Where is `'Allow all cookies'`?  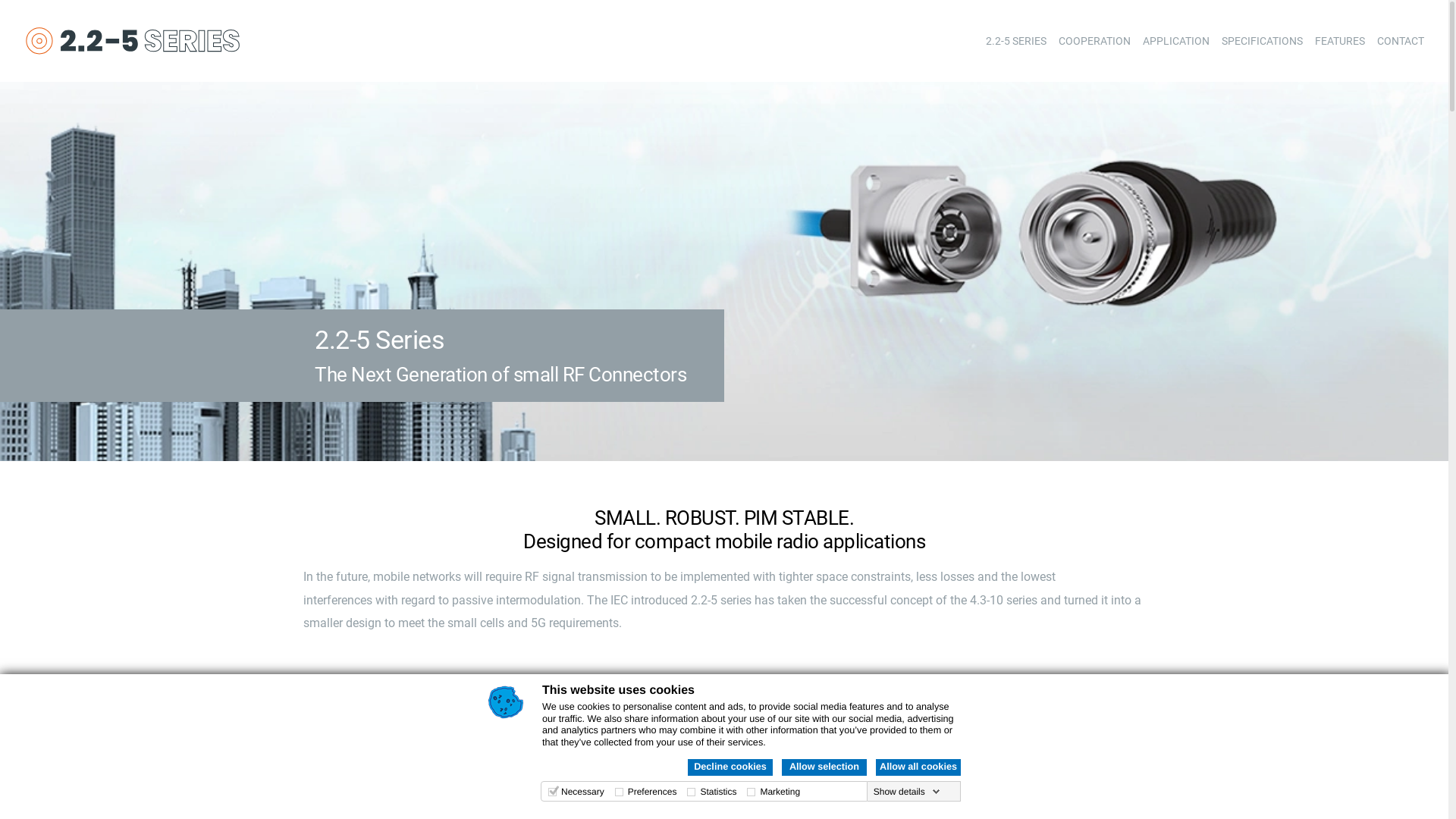
'Allow all cookies' is located at coordinates (917, 767).